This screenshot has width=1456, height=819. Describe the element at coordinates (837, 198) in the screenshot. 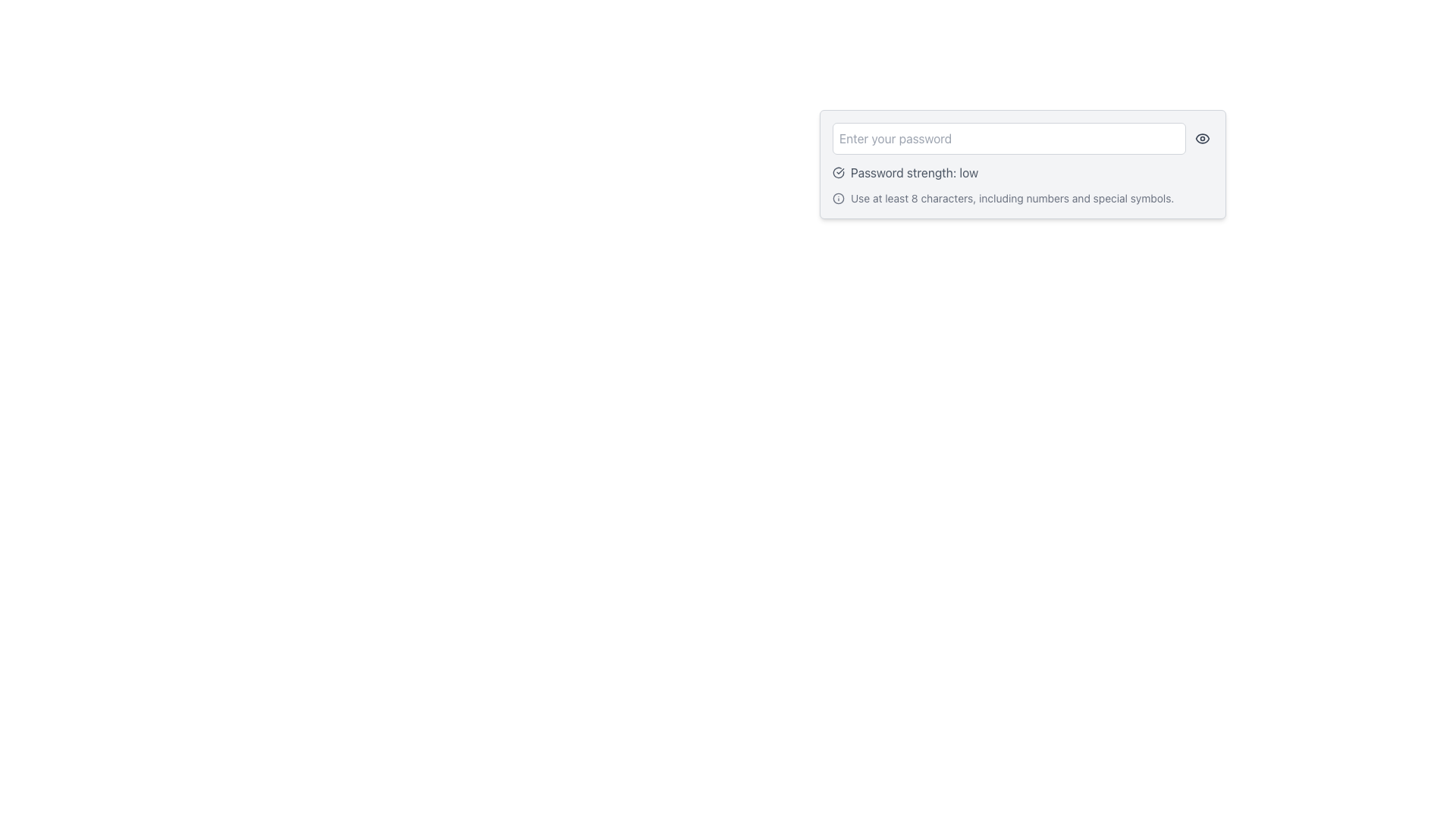

I see `the informational icon located at the bottom of the password input section, which indicates additional instructions or hints` at that location.